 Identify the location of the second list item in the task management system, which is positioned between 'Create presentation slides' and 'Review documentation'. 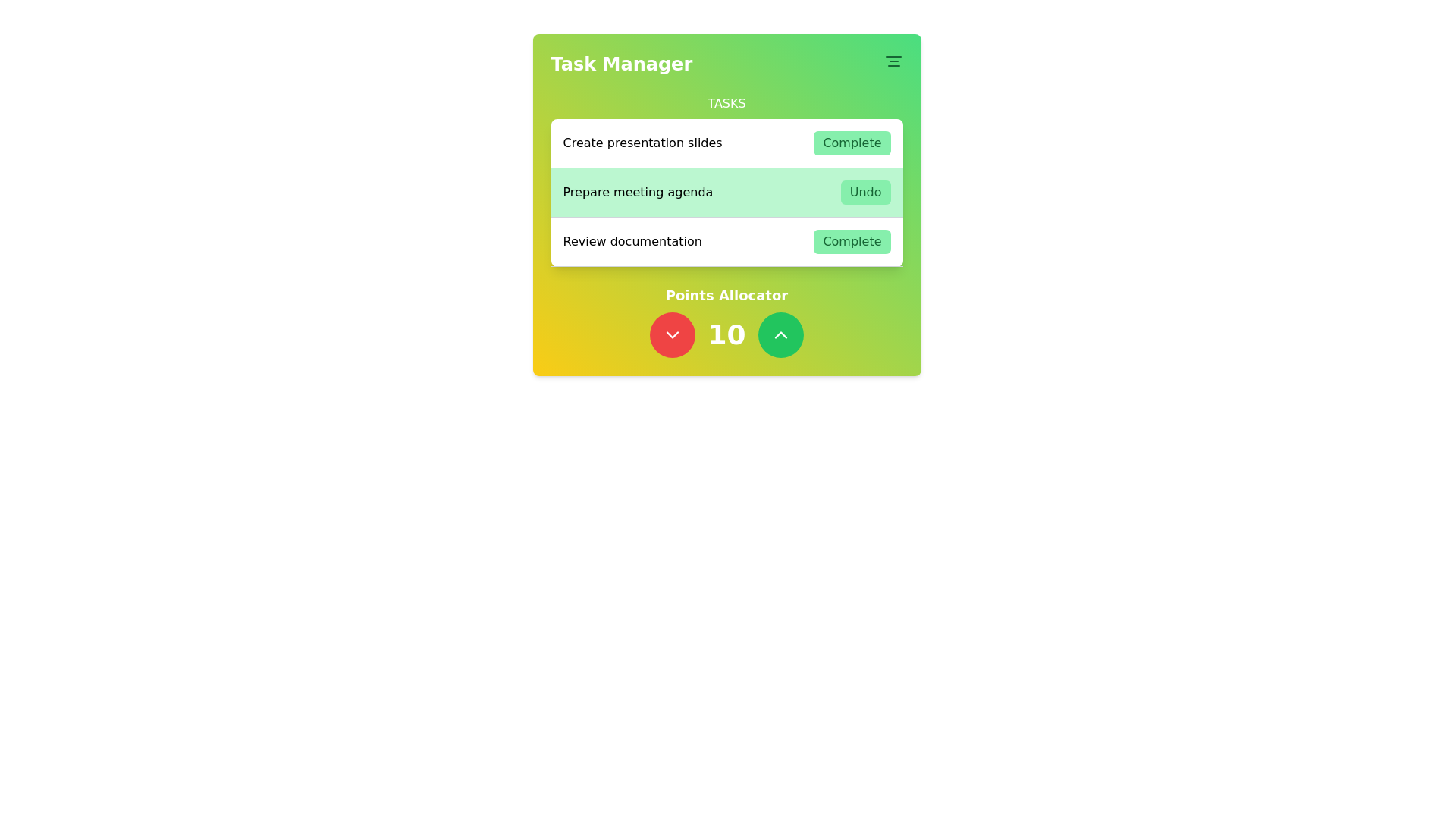
(726, 205).